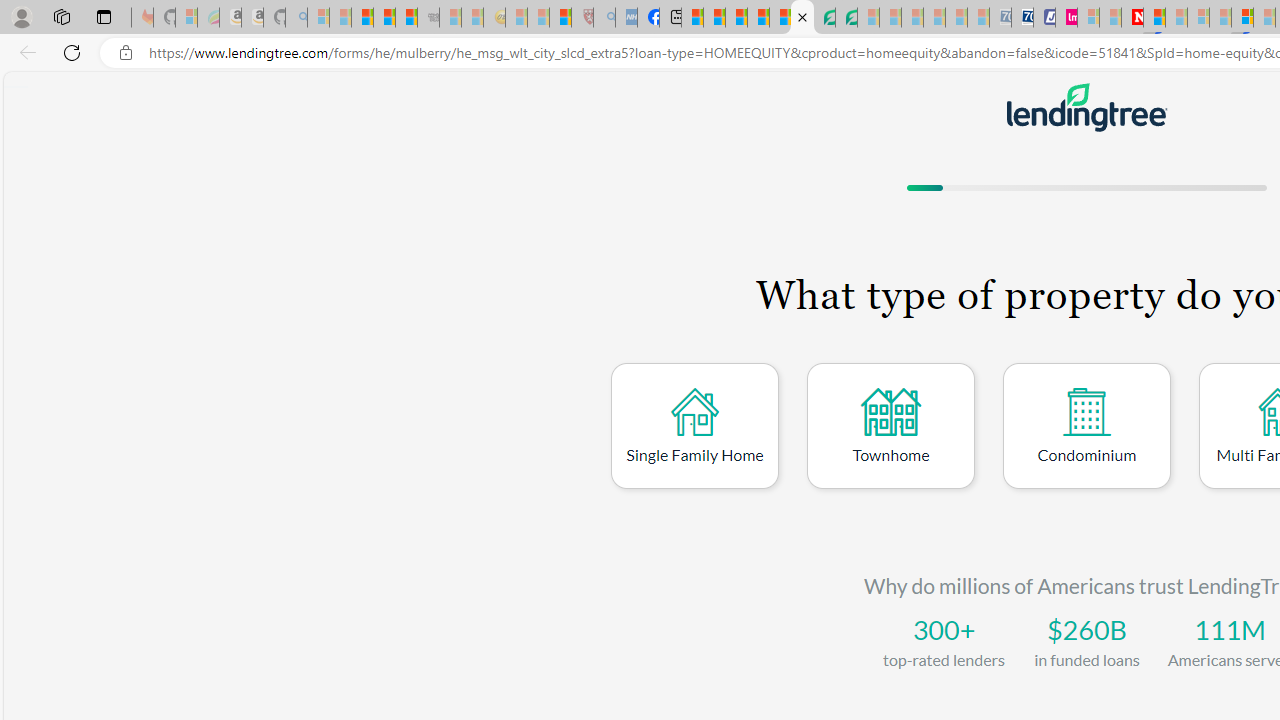 Image resolution: width=1280 pixels, height=720 pixels. I want to click on 'Local - MSN', so click(560, 17).